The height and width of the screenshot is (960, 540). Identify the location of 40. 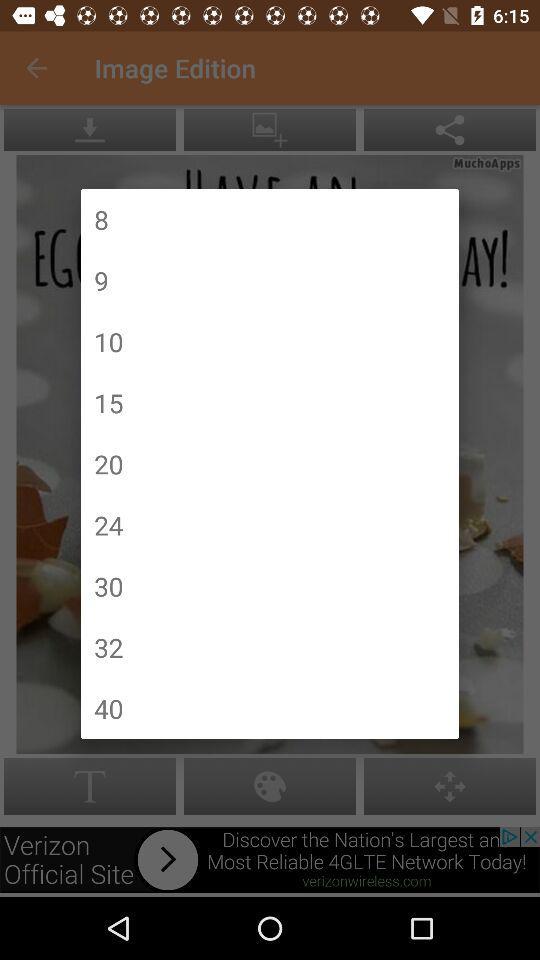
(108, 708).